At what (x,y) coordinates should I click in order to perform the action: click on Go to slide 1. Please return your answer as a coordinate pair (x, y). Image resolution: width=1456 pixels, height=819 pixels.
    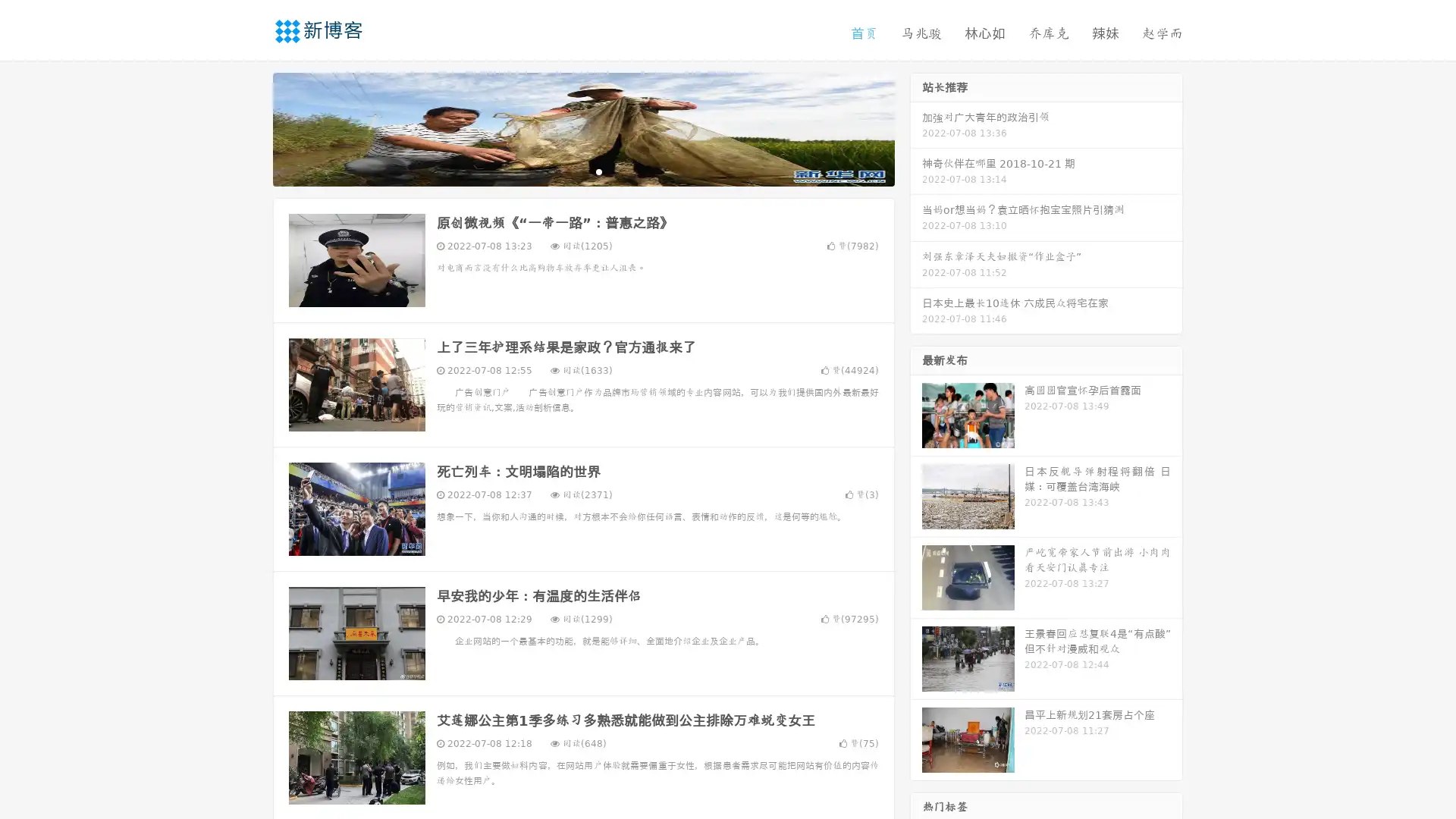
    Looking at the image, I should click on (567, 171).